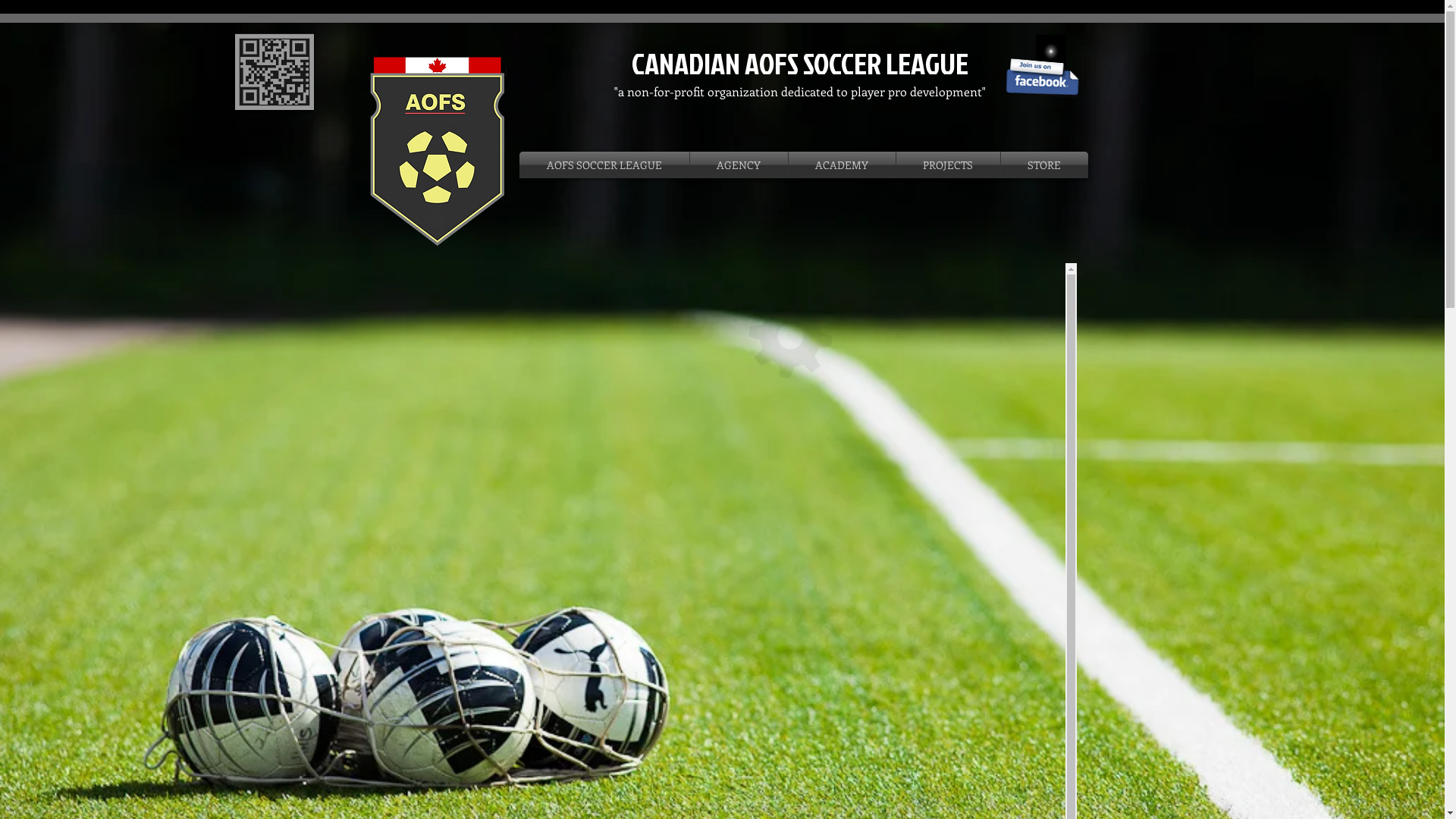 The width and height of the screenshot is (1456, 819). Describe the element at coordinates (1040, 76) in the screenshot. I see `'facebook.png'` at that location.